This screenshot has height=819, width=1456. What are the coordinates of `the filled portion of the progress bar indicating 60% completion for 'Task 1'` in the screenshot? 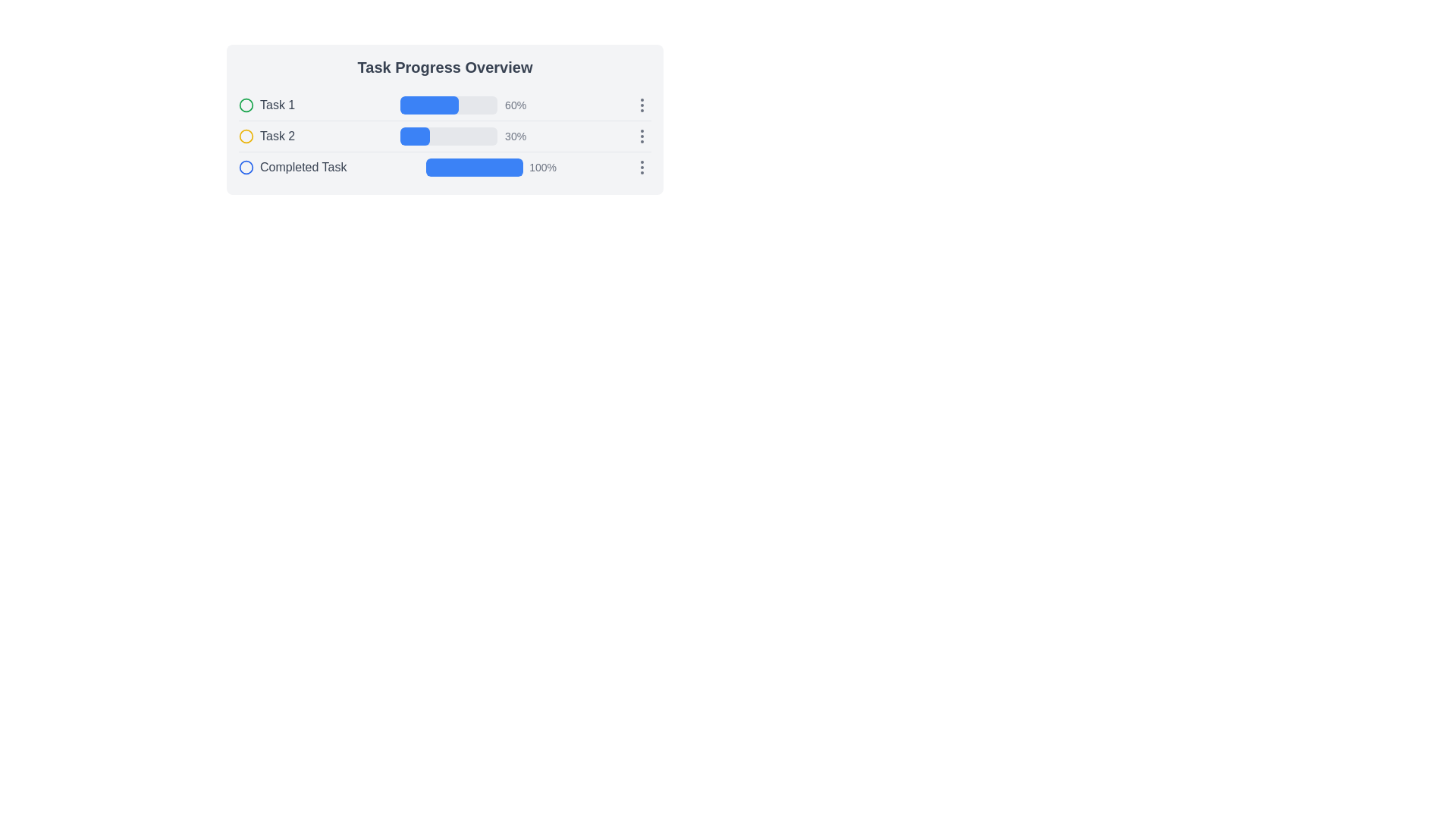 It's located at (428, 104).